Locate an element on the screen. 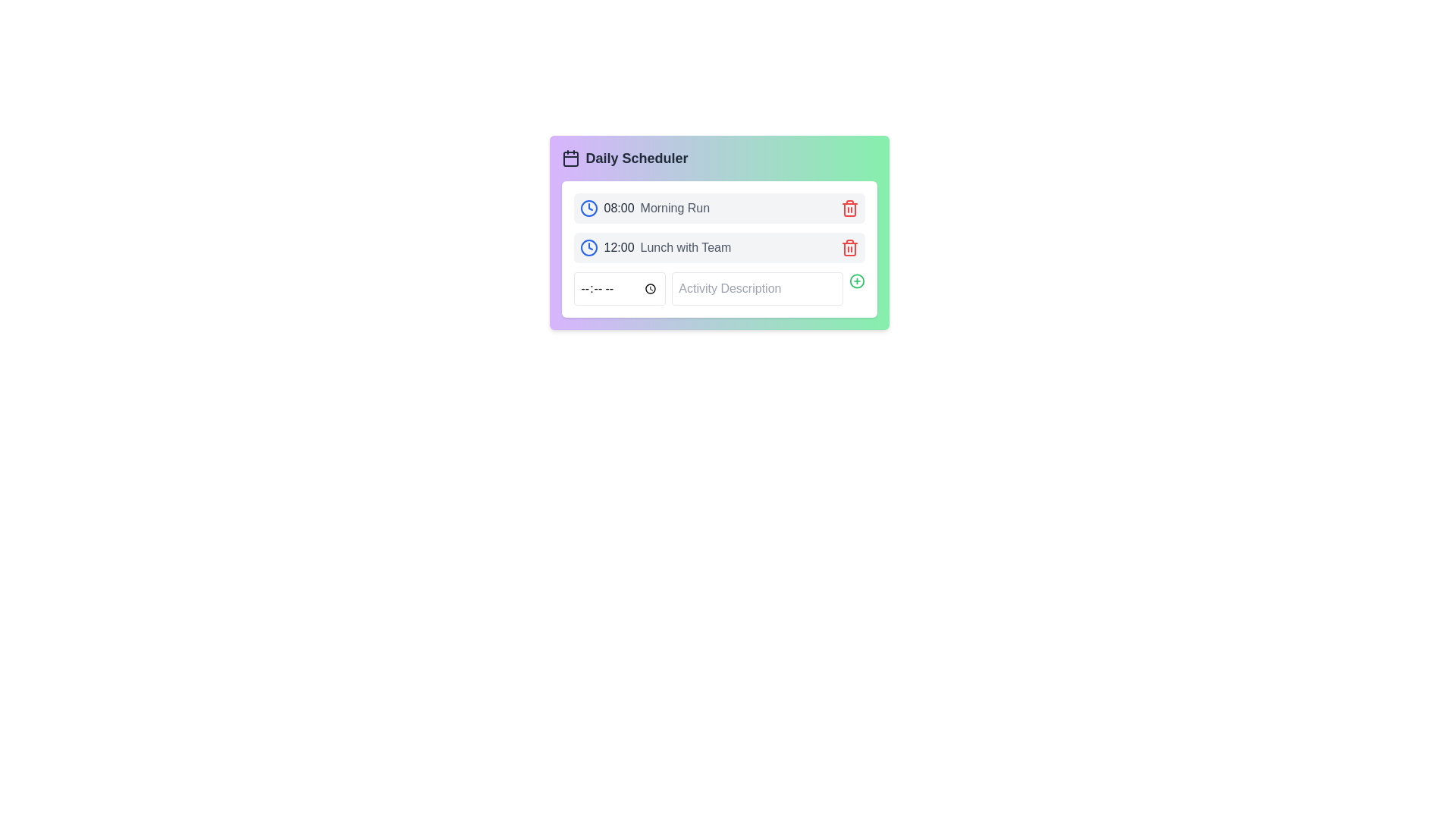  the text input field that allows the user to type a description or notes related to an activity to focus on it is located at coordinates (757, 289).